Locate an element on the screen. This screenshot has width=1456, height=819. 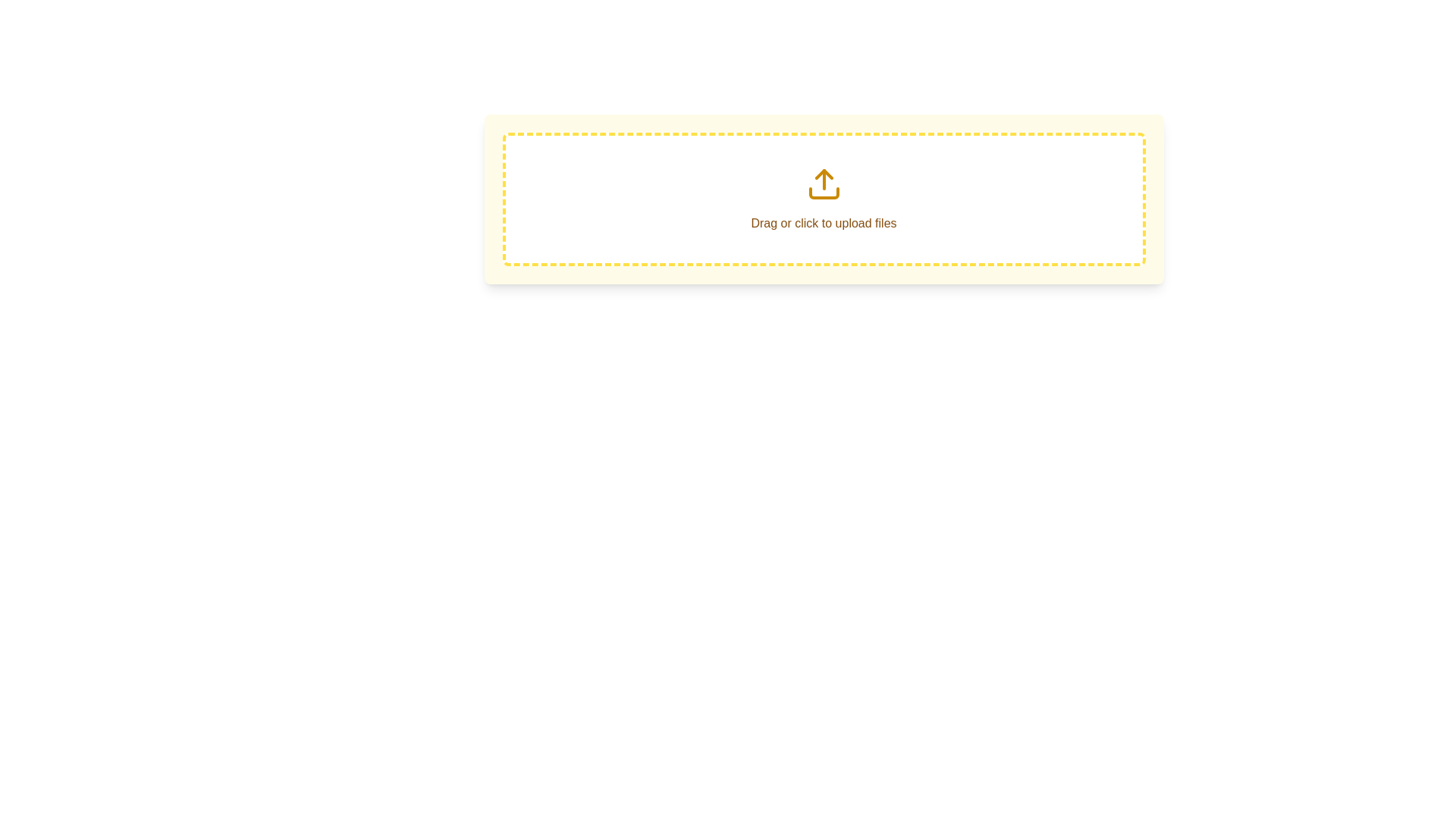
the label that reads 'Drag or click to upload files', which is styled in a medium-large bold font and located within a white section with a faint yellow background and bordered by a dotted yellow box is located at coordinates (823, 223).